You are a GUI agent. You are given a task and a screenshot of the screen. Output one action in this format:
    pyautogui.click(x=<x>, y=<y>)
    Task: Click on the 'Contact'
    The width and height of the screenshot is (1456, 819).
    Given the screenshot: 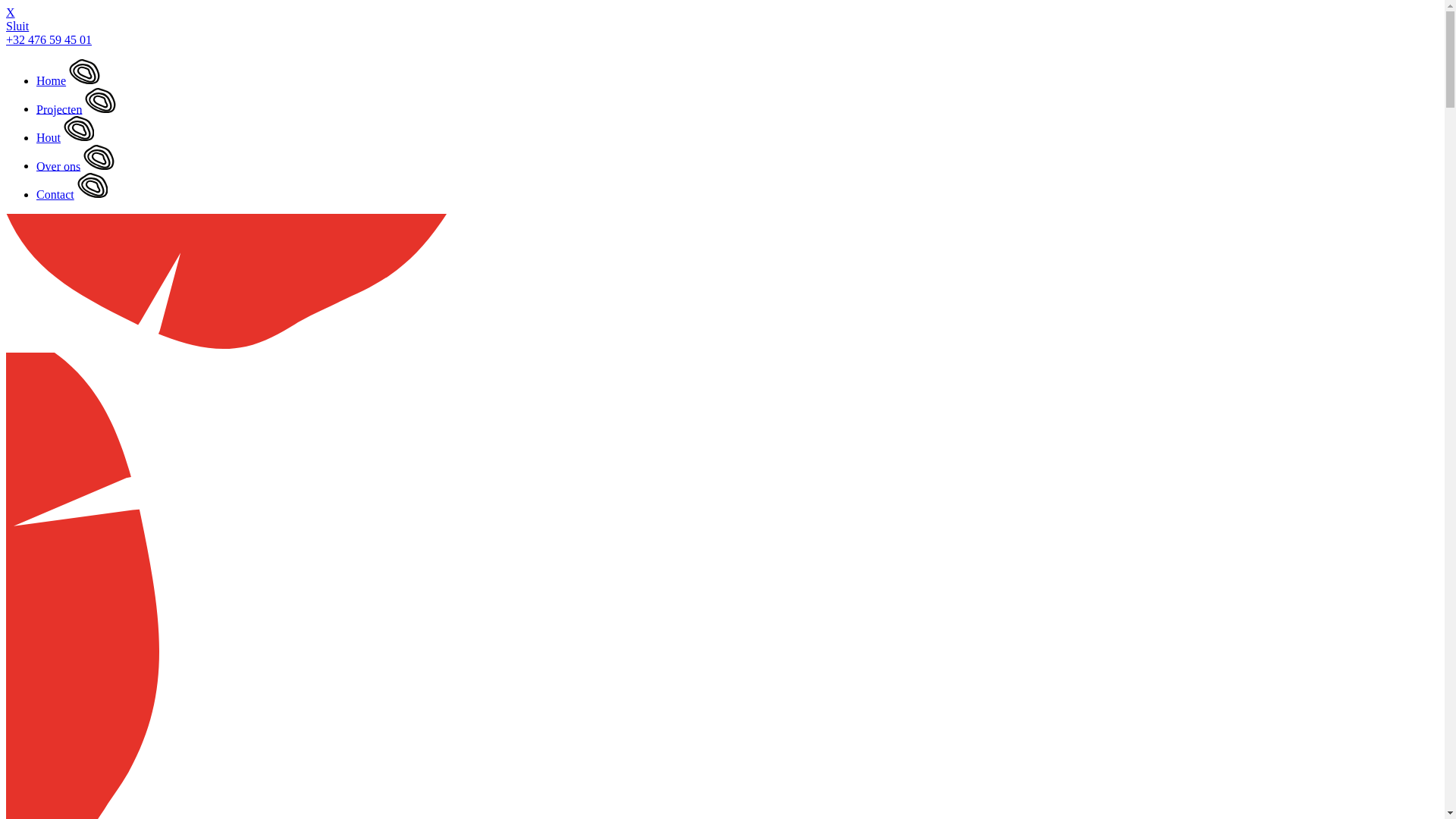 What is the action you would take?
    pyautogui.click(x=55, y=193)
    